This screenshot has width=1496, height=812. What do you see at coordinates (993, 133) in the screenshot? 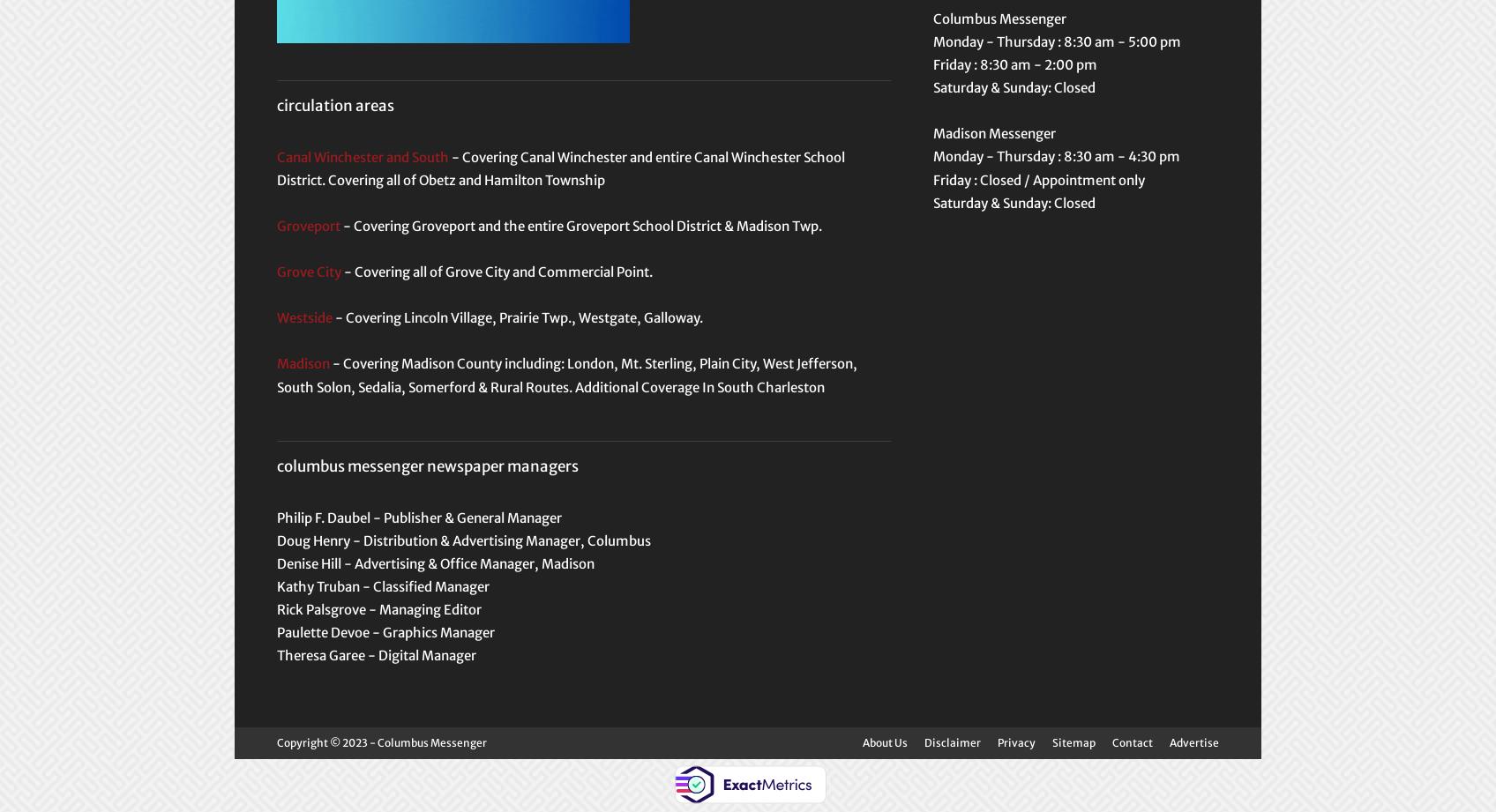
I see `'Madison Messenger'` at bounding box center [993, 133].